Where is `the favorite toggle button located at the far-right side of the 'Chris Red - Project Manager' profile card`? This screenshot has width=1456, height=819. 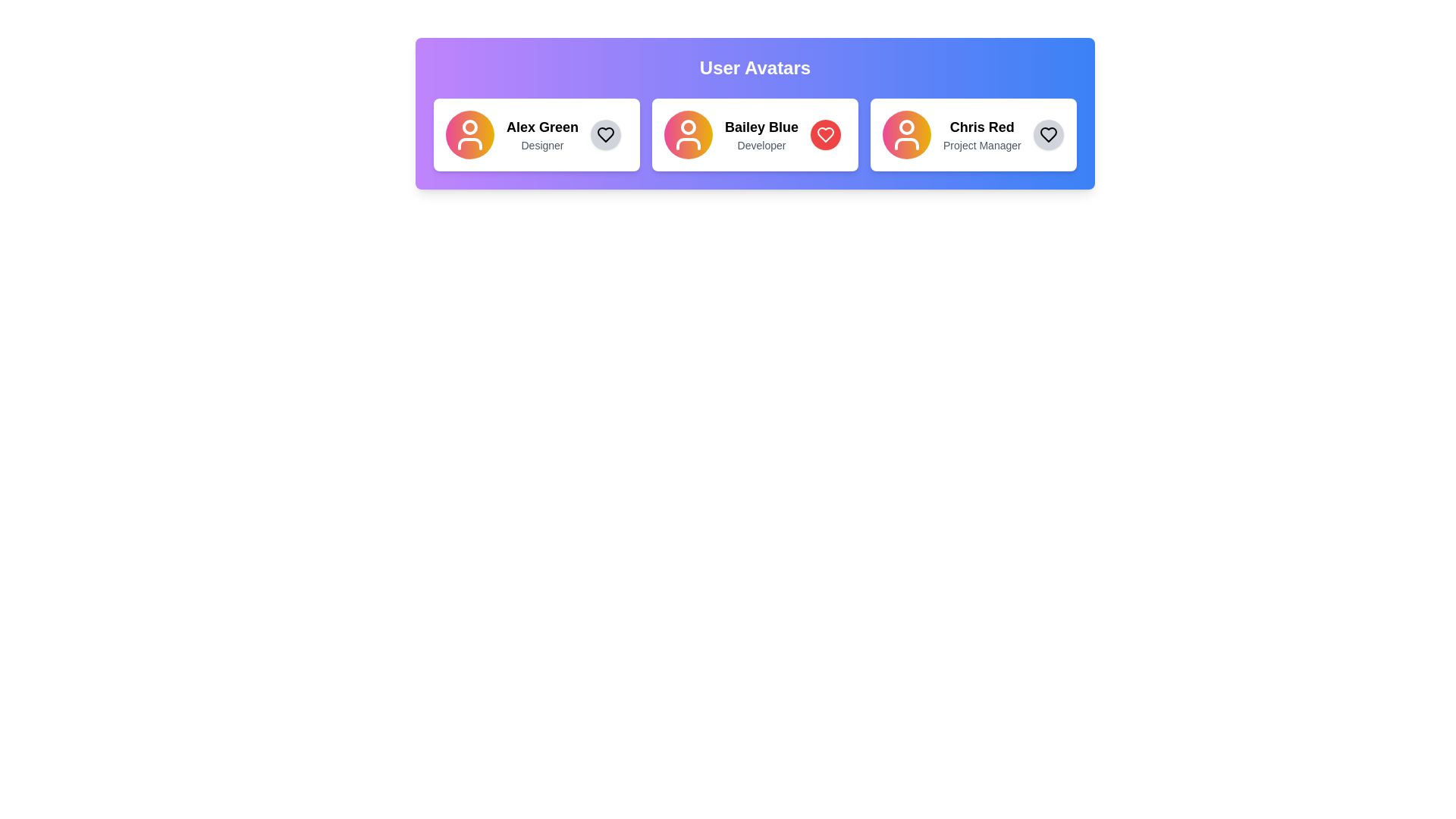
the favorite toggle button located at the far-right side of the 'Chris Red - Project Manager' profile card is located at coordinates (1047, 133).